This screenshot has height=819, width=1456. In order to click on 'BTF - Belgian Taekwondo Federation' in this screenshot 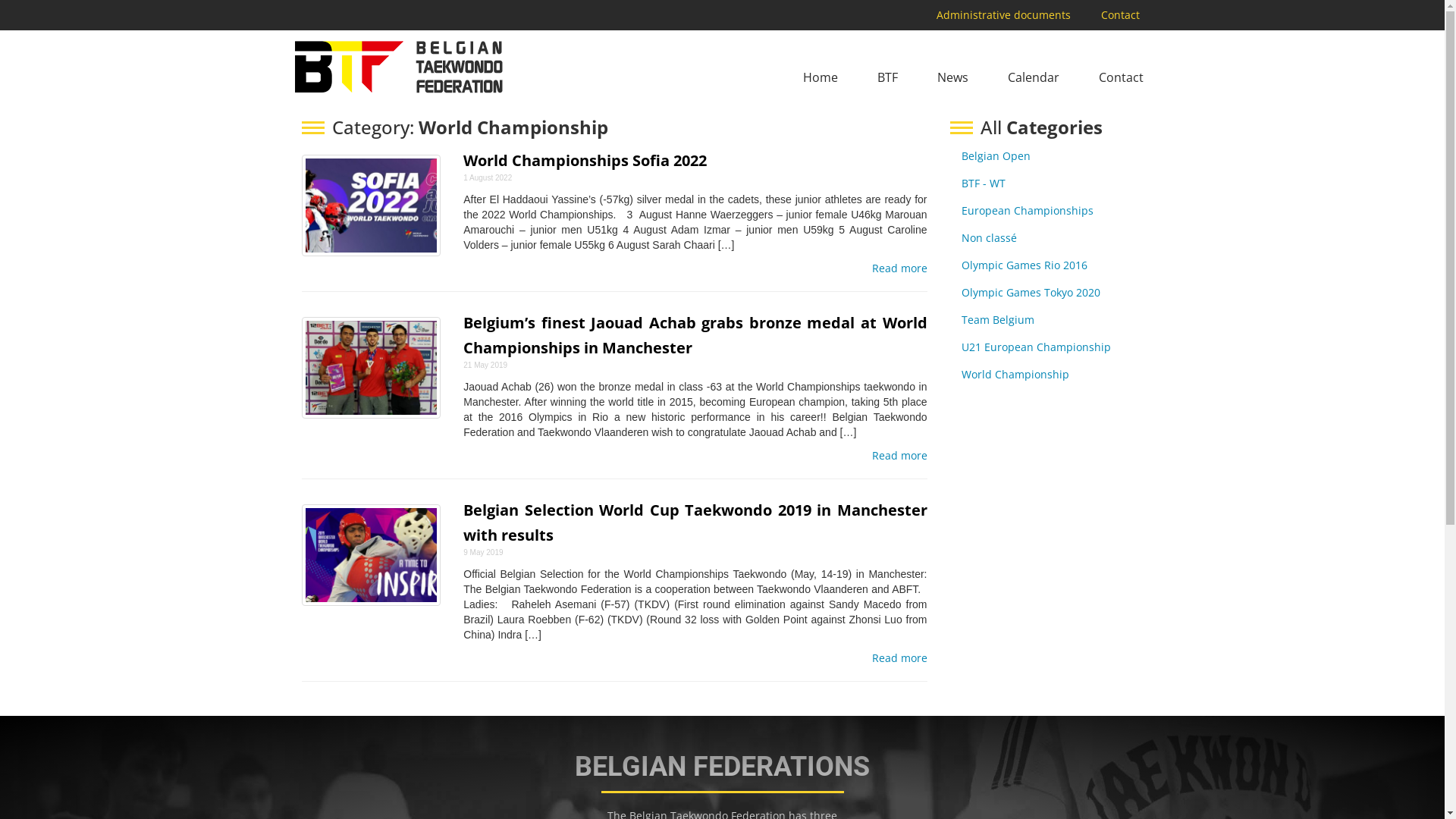, I will do `click(290, 66)`.